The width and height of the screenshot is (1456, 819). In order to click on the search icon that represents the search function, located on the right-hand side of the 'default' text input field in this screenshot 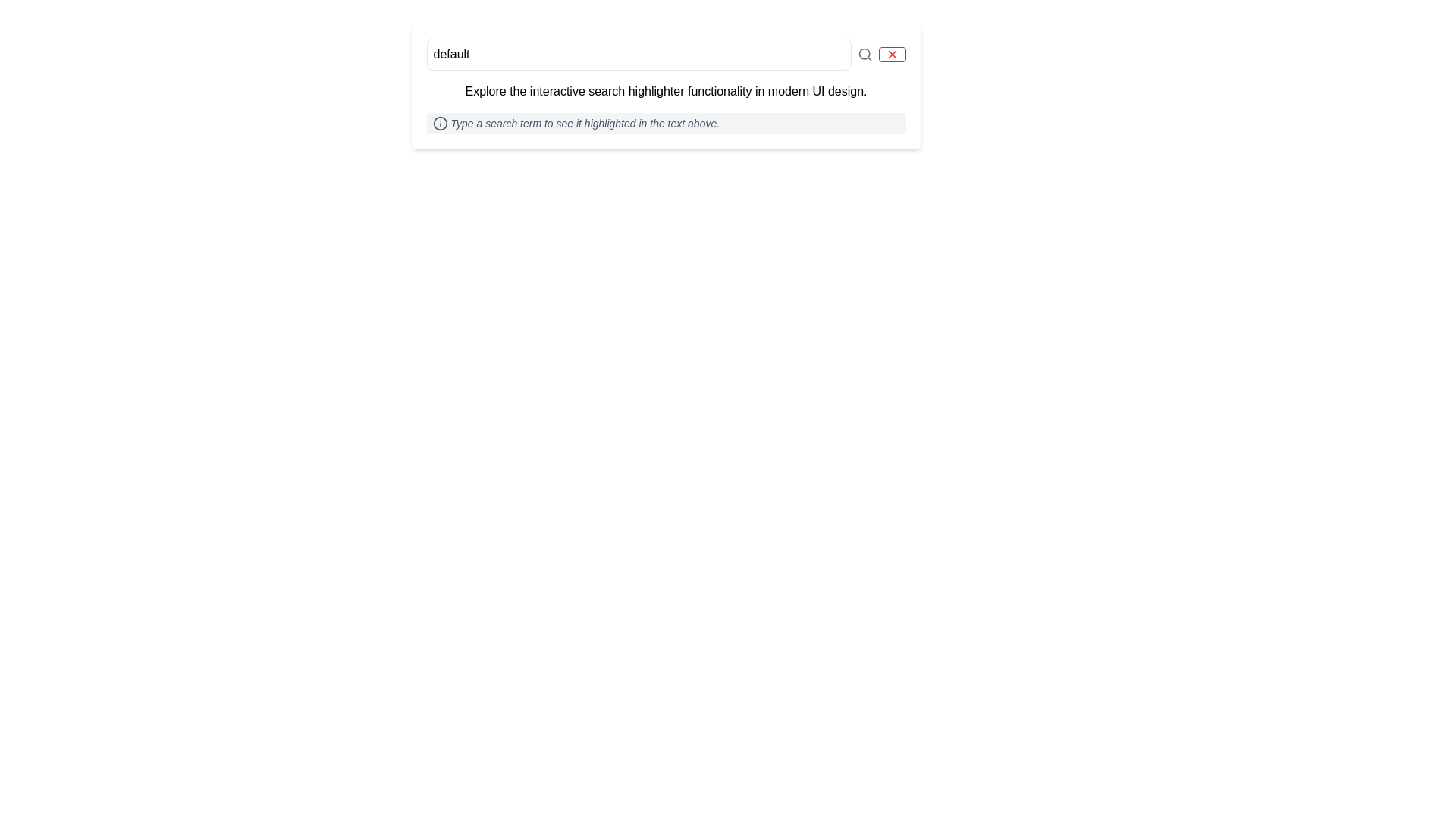, I will do `click(864, 54)`.